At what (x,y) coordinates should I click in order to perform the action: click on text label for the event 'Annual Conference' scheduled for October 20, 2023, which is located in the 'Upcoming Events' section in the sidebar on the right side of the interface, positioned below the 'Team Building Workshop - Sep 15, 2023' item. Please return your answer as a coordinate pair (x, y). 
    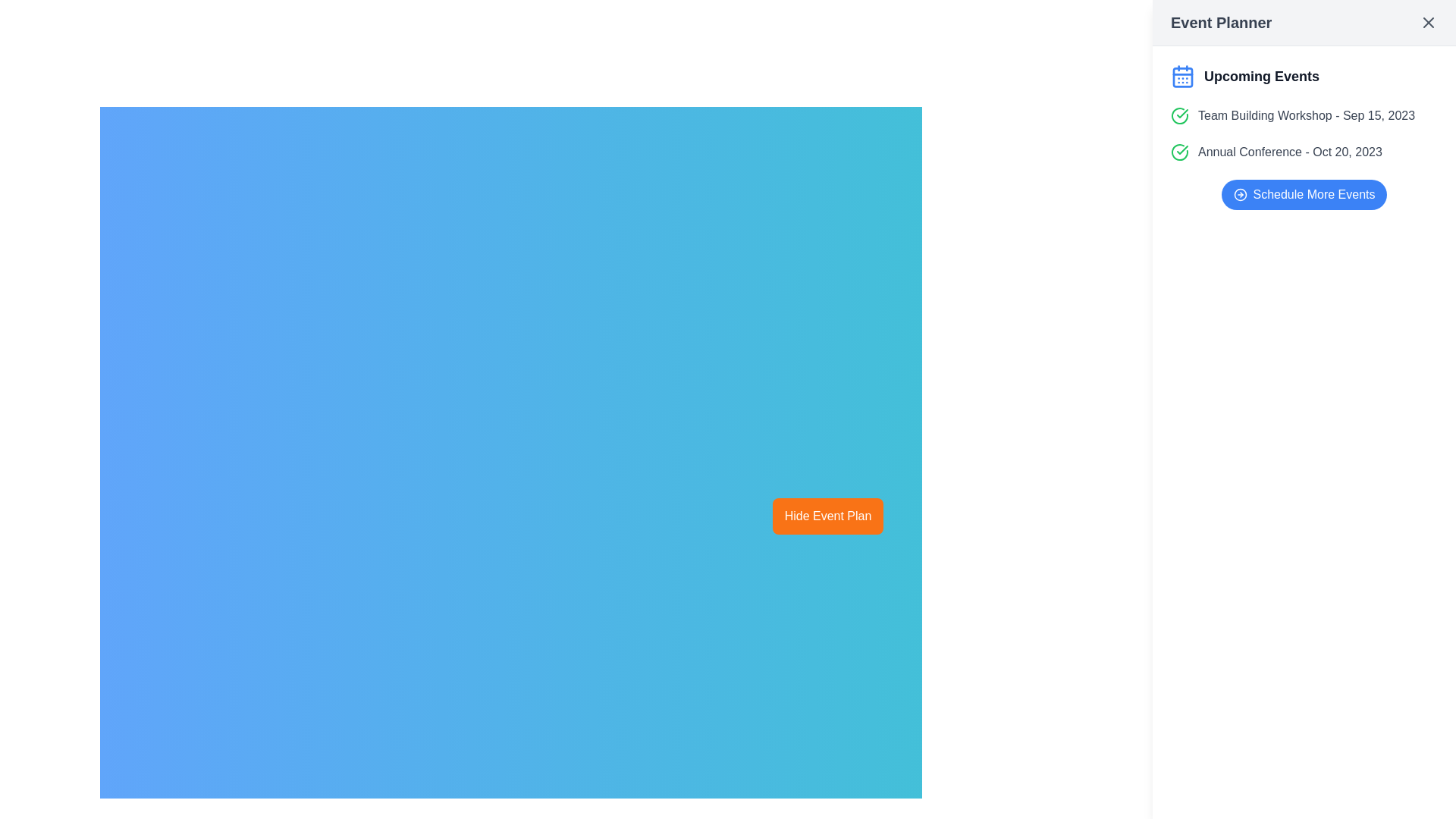
    Looking at the image, I should click on (1289, 152).